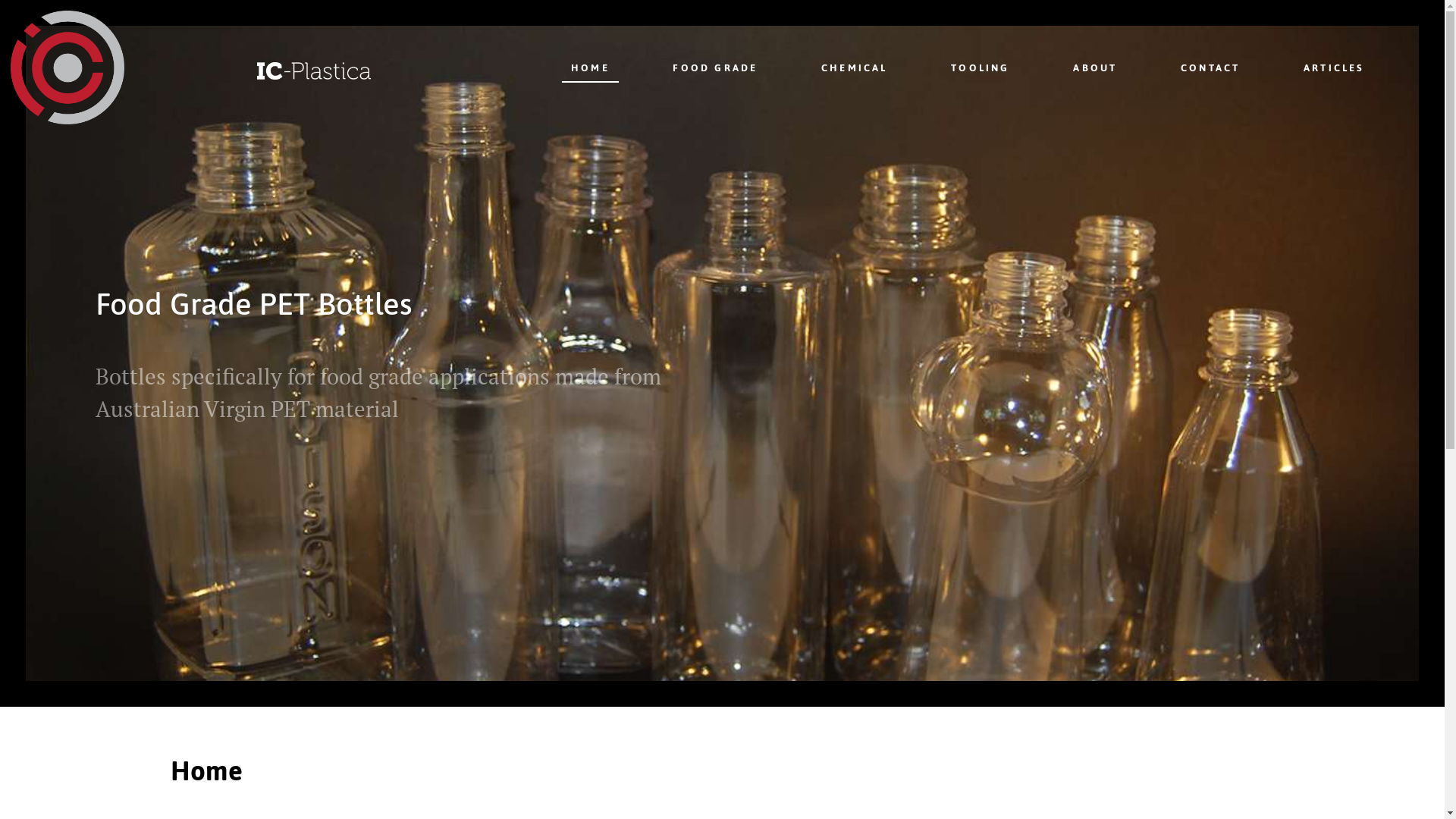 The width and height of the screenshot is (1456, 819). Describe the element at coordinates (560, 66) in the screenshot. I see `'HOME'` at that location.